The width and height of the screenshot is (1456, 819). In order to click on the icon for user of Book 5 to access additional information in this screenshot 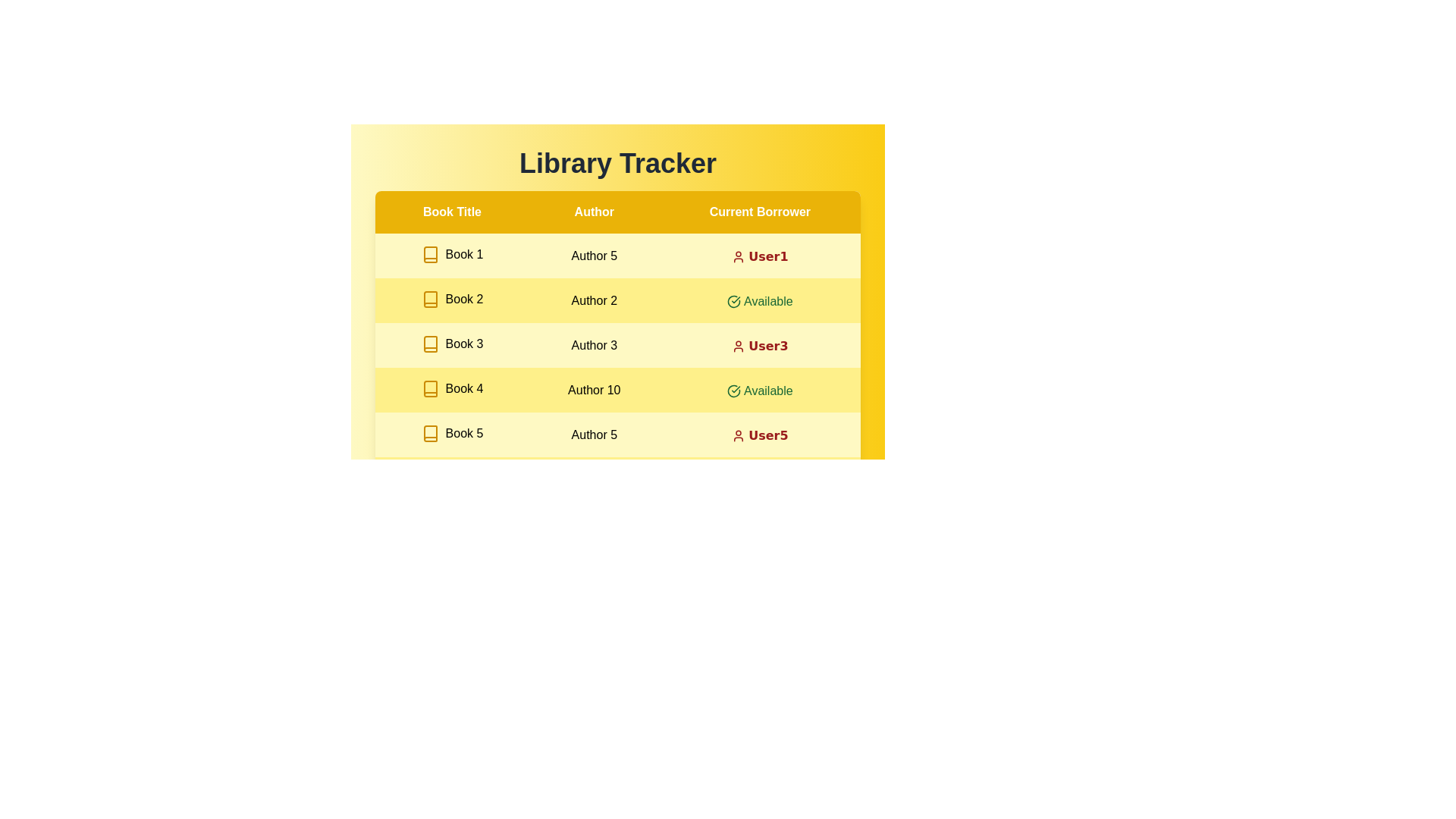, I will do `click(739, 435)`.